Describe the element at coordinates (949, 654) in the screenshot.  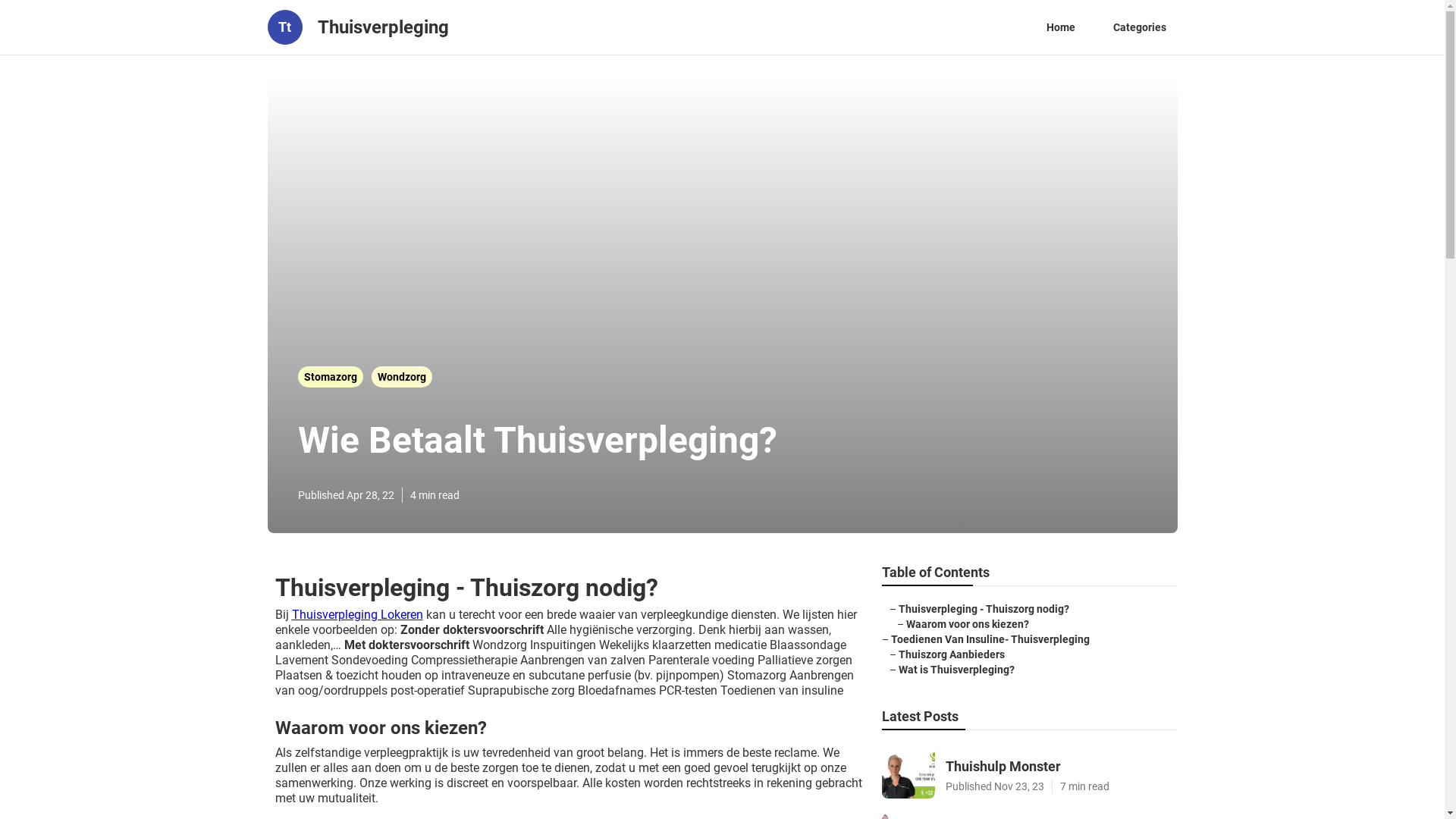
I see `'Thuiszorg Aanbieders'` at that location.